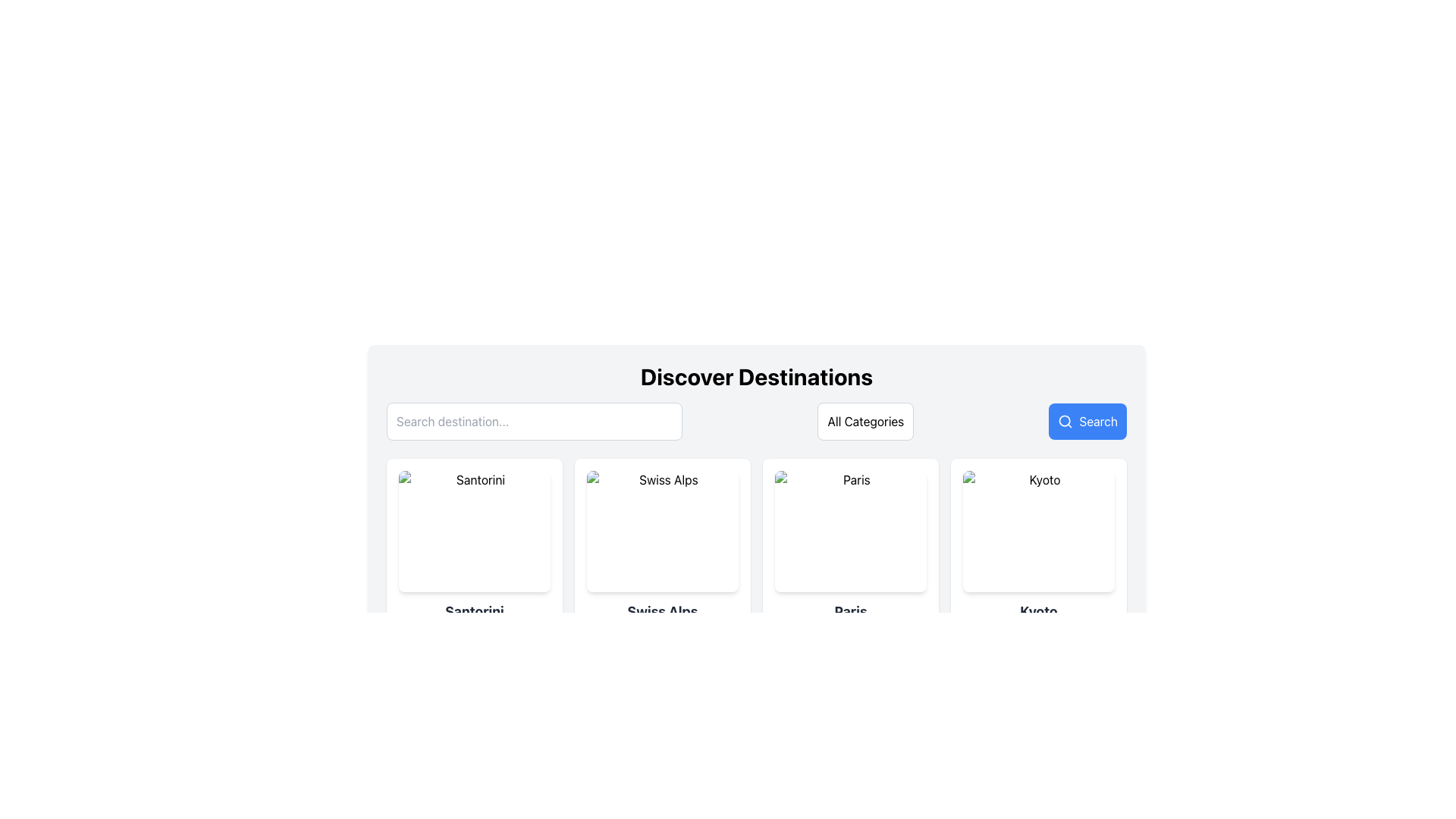 The height and width of the screenshot is (819, 1456). Describe the element at coordinates (851, 610) in the screenshot. I see `text label displaying the name 'Paris' which is bold and medium-sized, located in the third card under 'Discover Destinations', positioned below the image section and above a rating display` at that location.